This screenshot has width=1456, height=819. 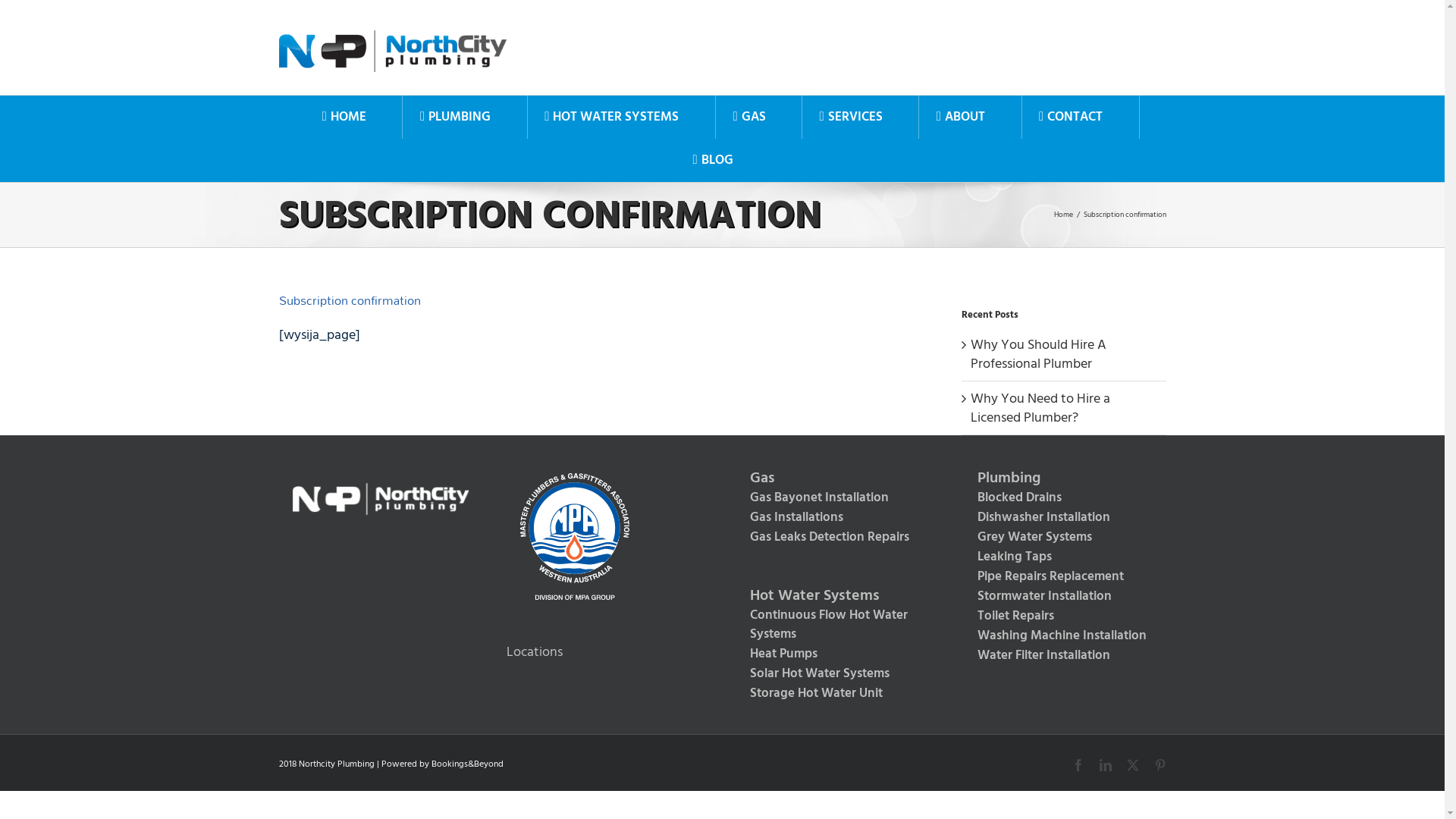 I want to click on 'PLUMBING', so click(x=454, y=116).